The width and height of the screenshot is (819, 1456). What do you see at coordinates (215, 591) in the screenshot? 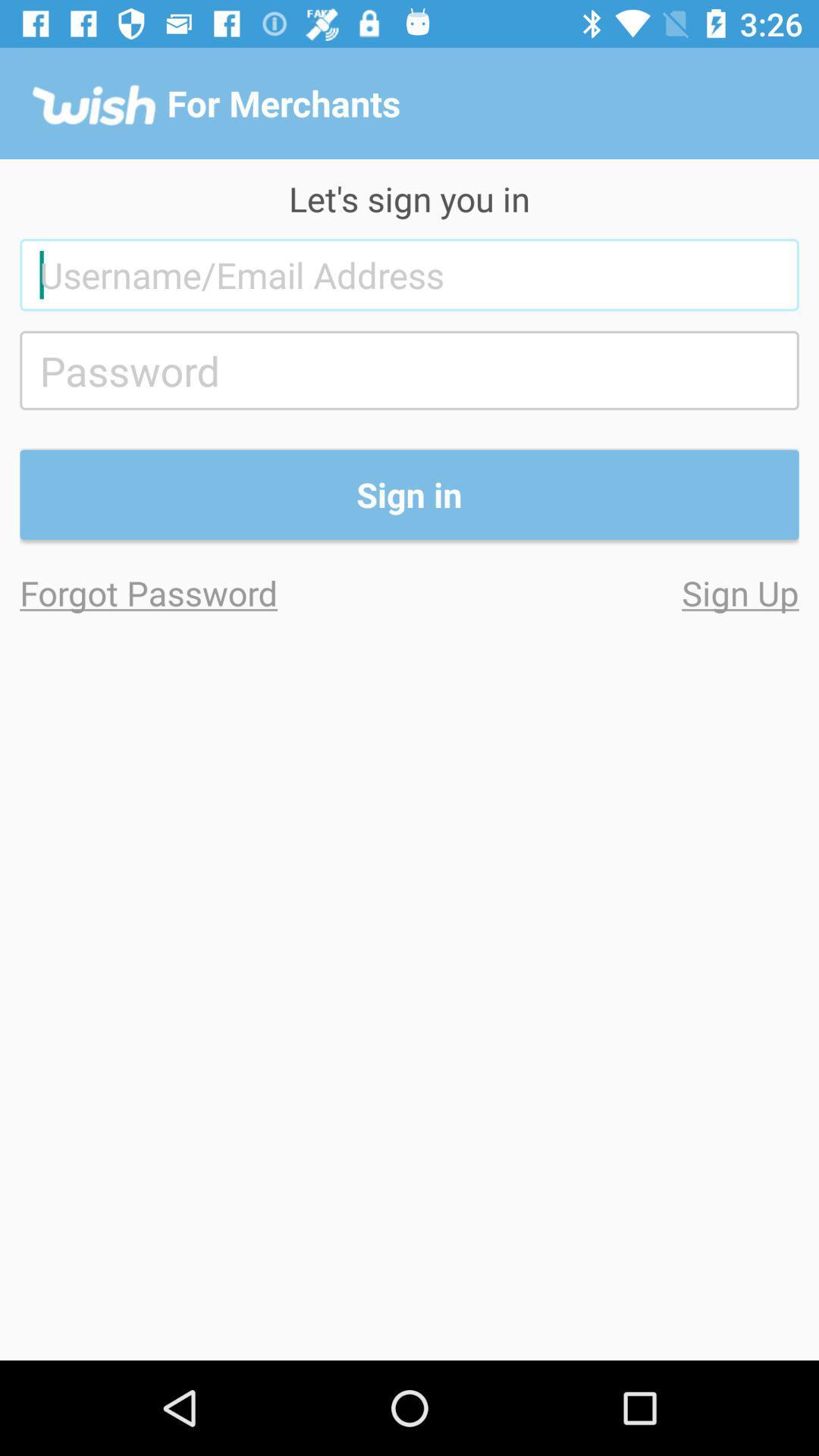
I see `the item next to sign up icon` at bounding box center [215, 591].